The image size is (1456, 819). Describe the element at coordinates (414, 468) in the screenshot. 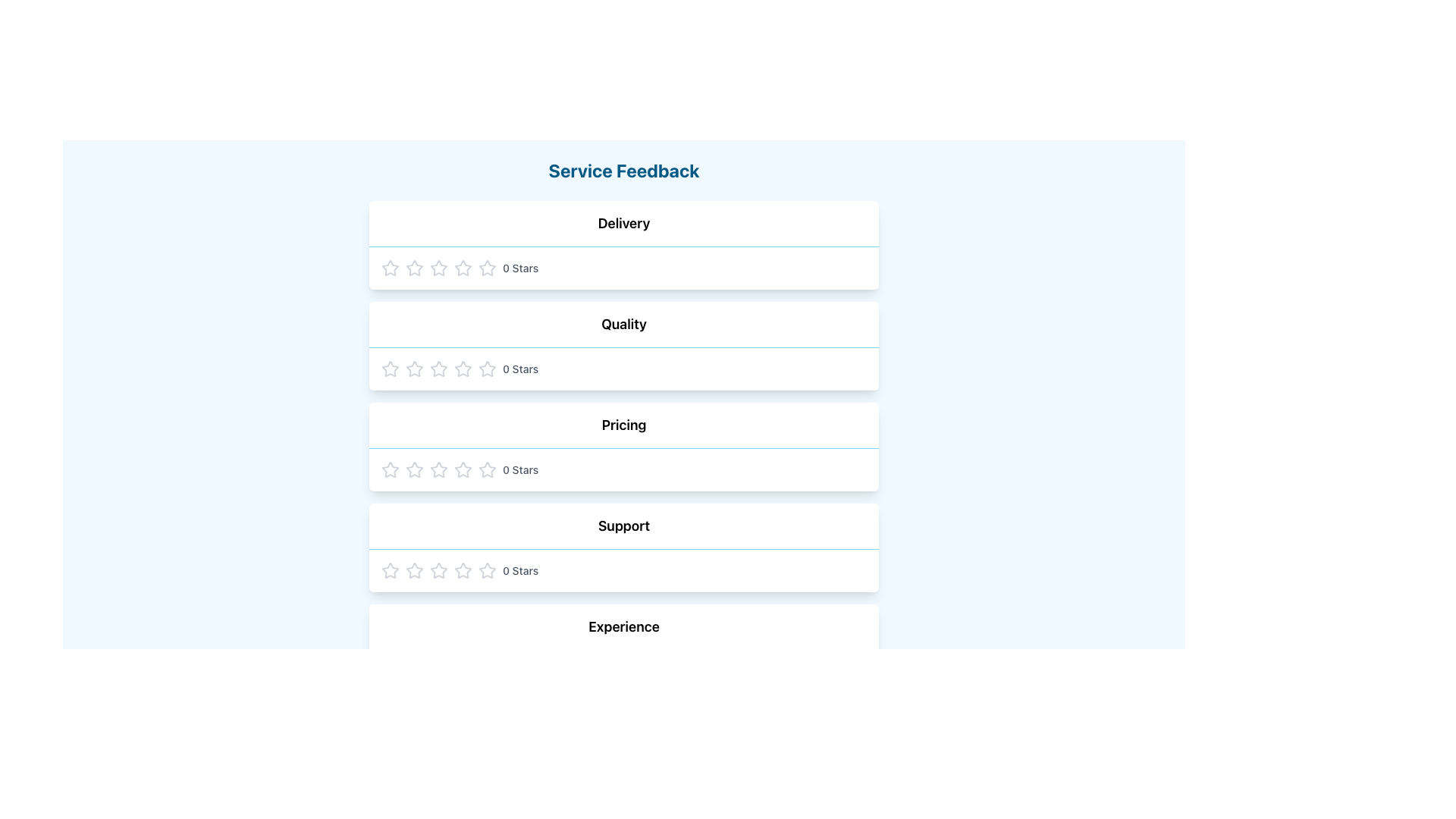

I see `the first star rating icon` at that location.